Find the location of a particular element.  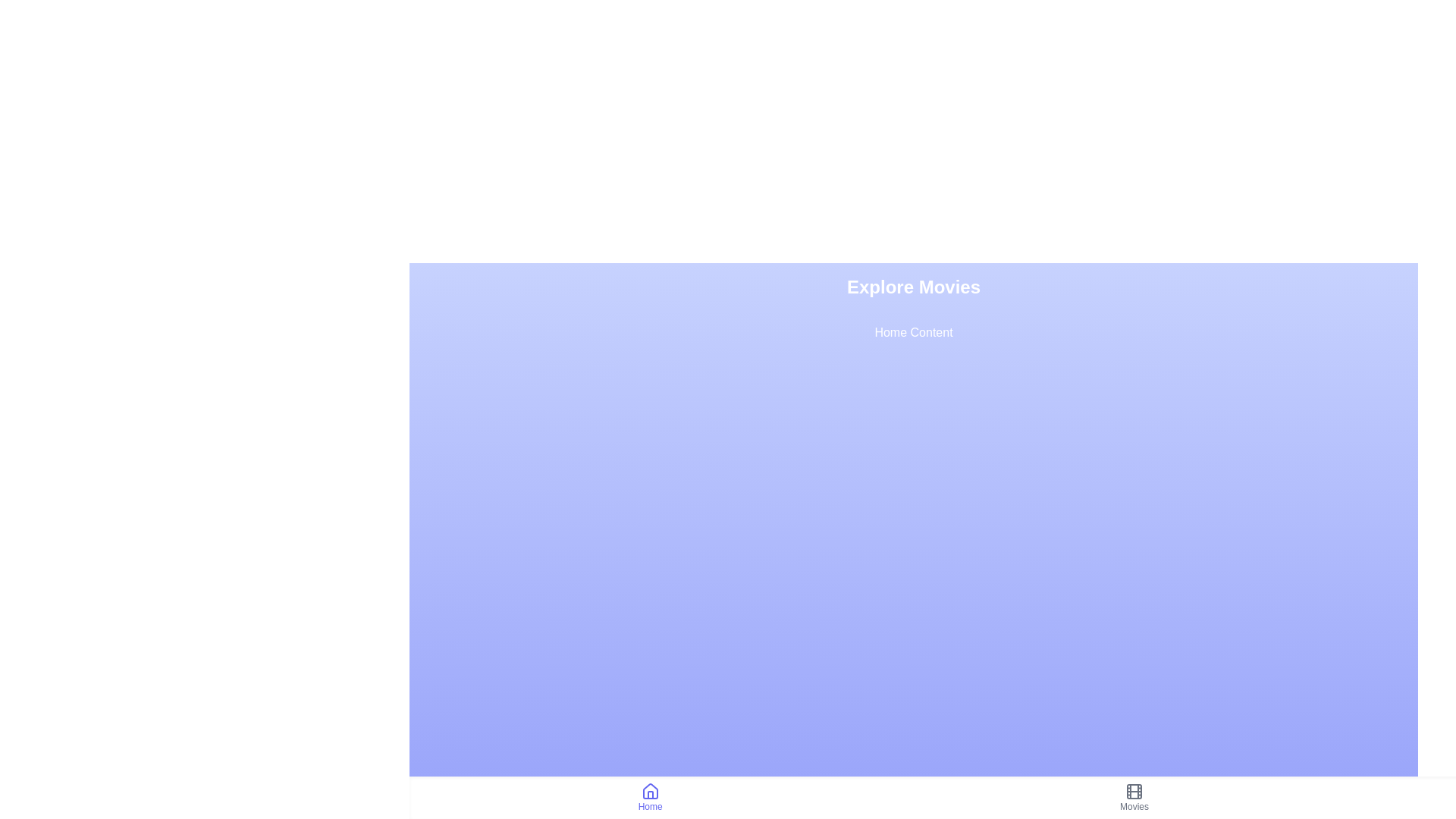

the 'Home' navigation button located in the bottom navigation bar is located at coordinates (650, 797).